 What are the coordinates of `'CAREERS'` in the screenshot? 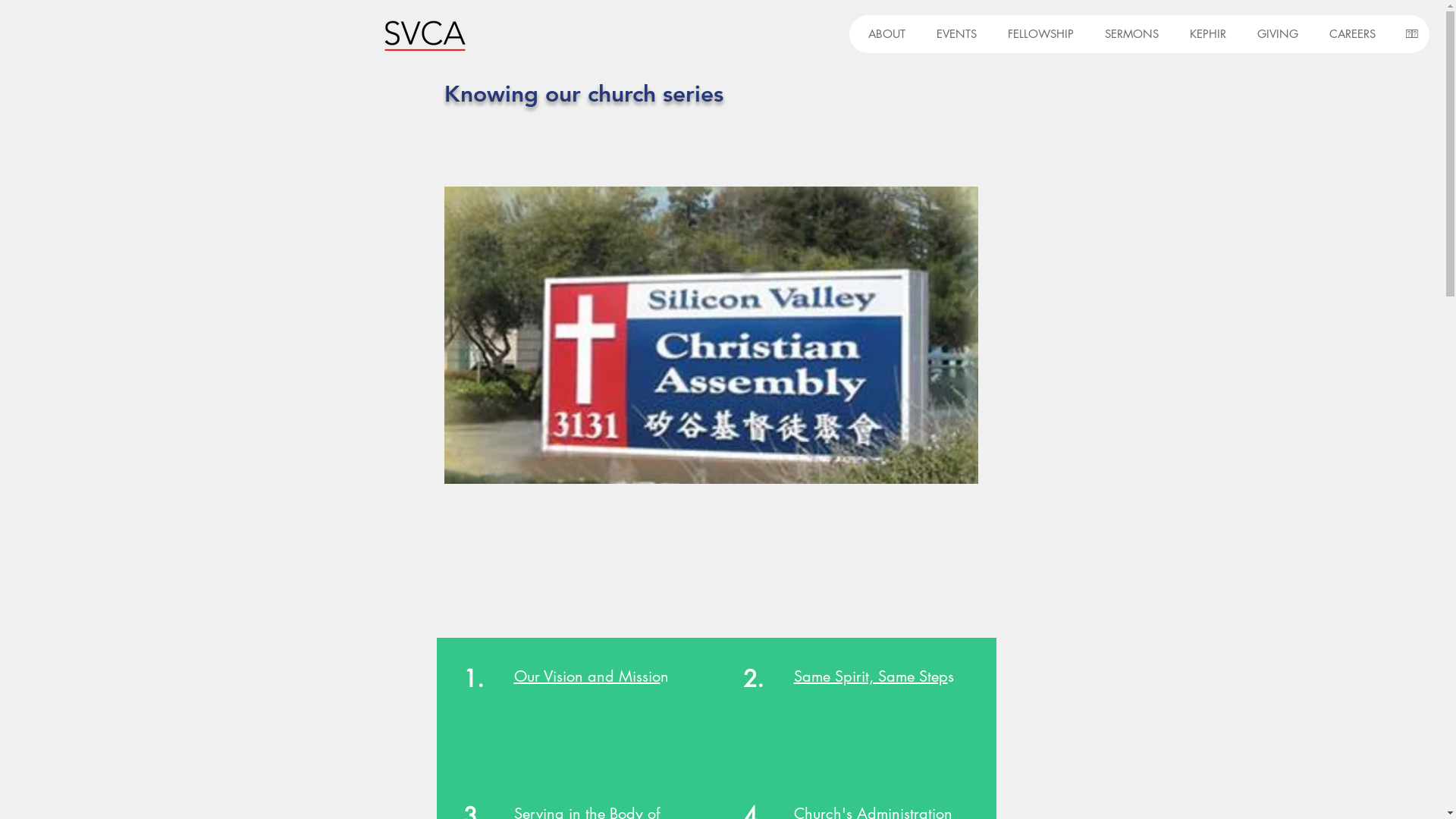 It's located at (1348, 34).